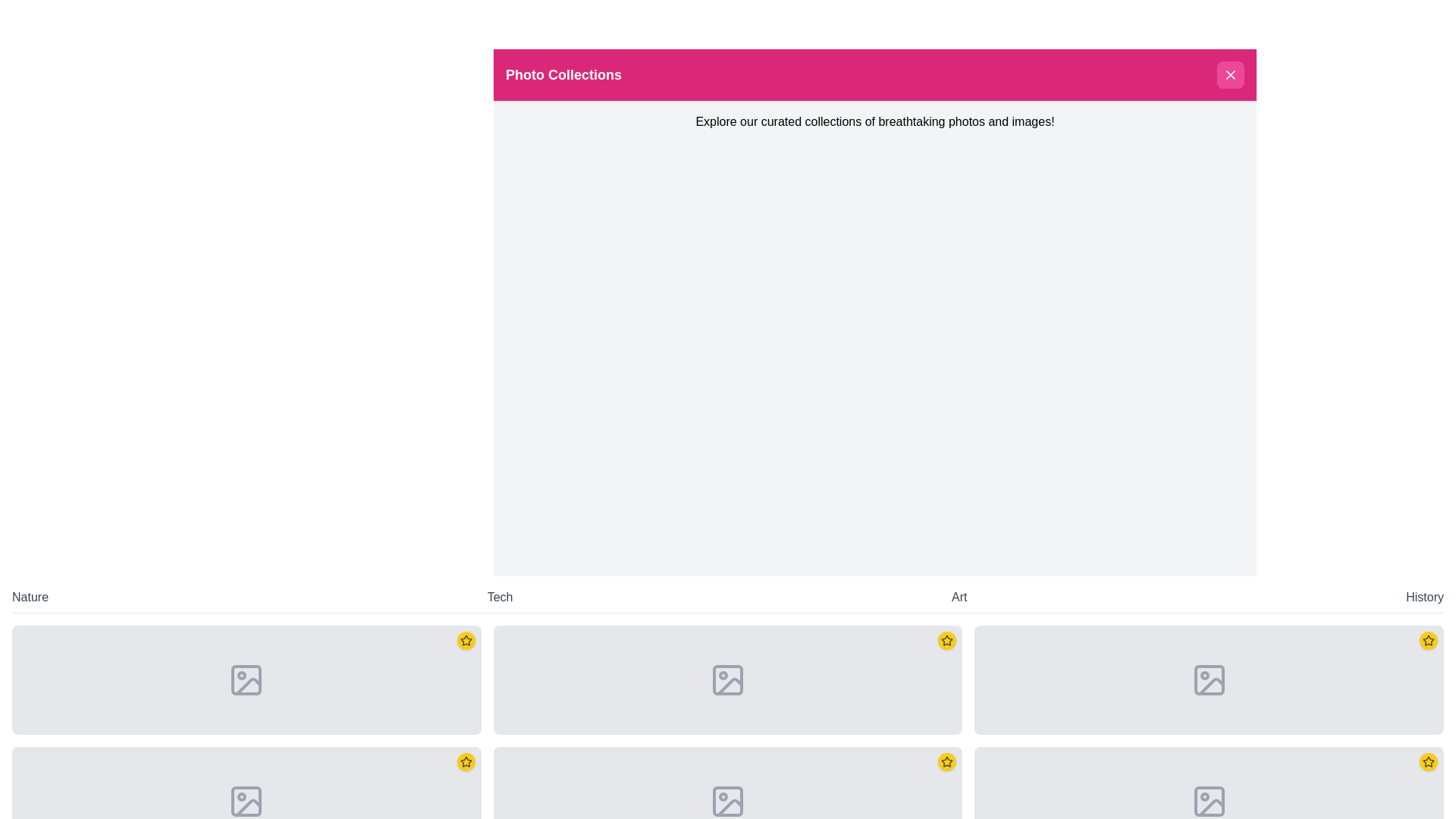 The image size is (1456, 819). I want to click on the Star icon located at the top-right corner of the card in the second row of the grid layout under the 'Tech' category, so click(465, 640).